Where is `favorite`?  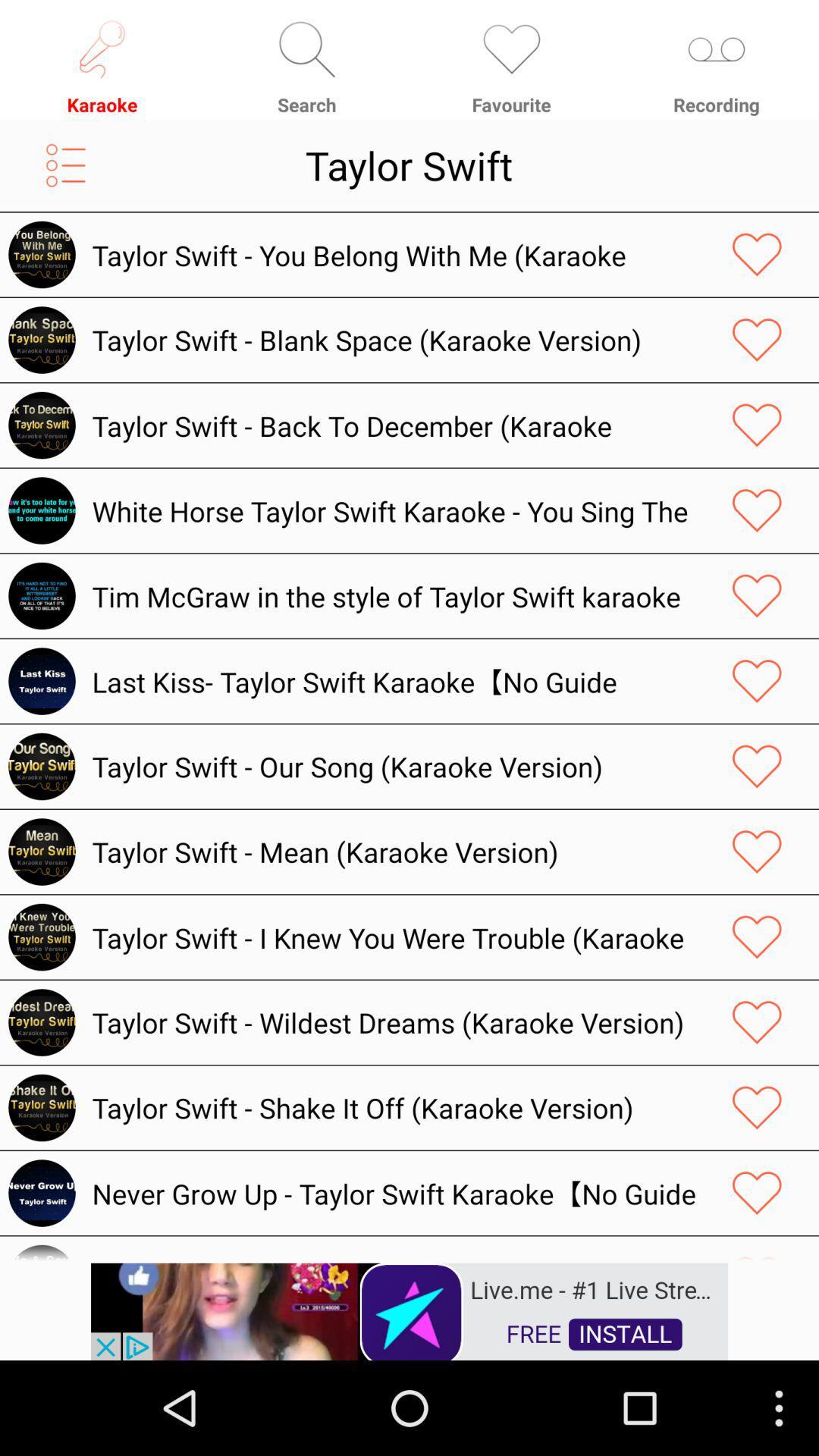 favorite is located at coordinates (757, 255).